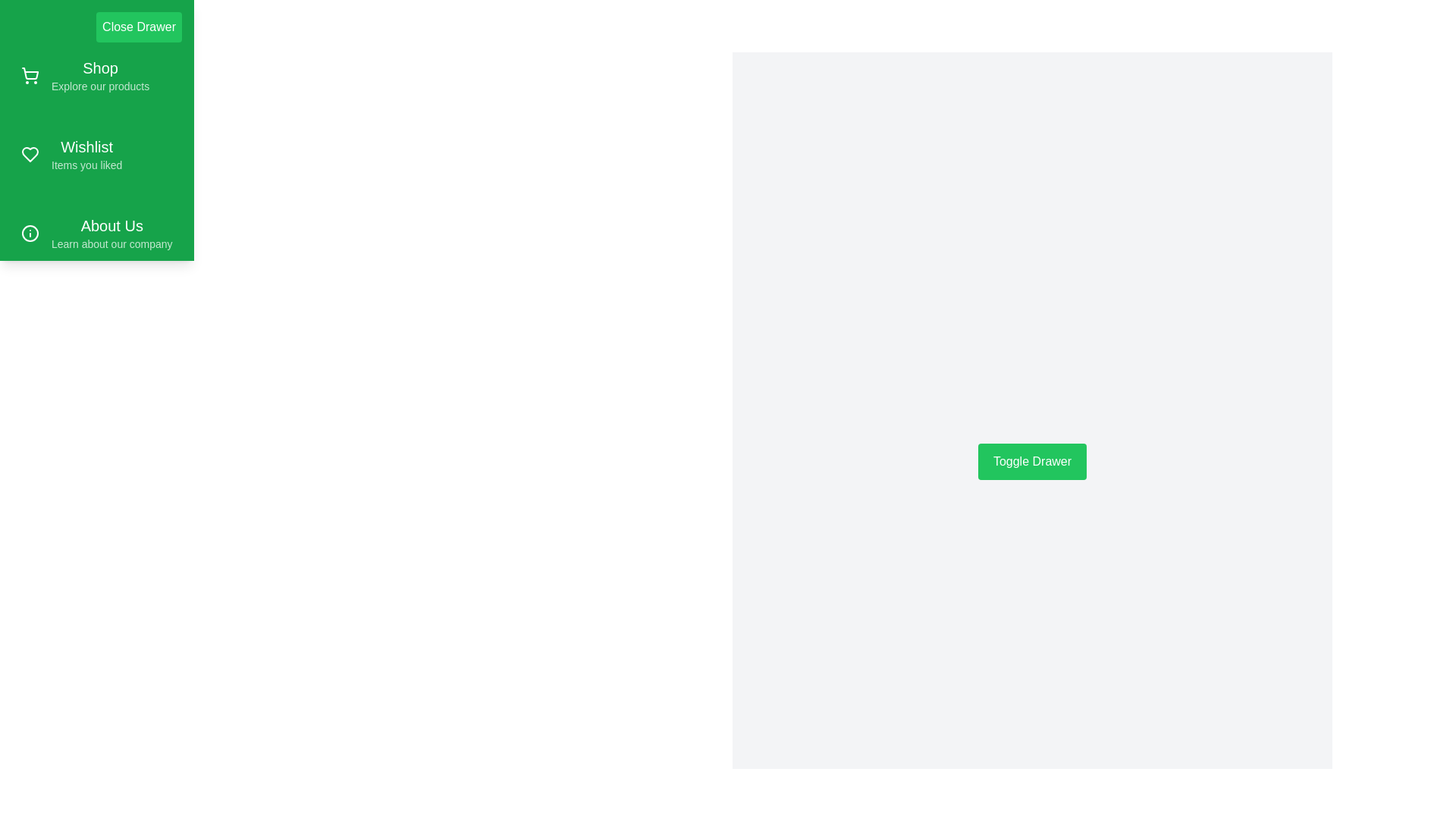  What do you see at coordinates (1031, 461) in the screenshot?
I see `the button labeled Toggle Drawer to toggle the drawer visibility` at bounding box center [1031, 461].